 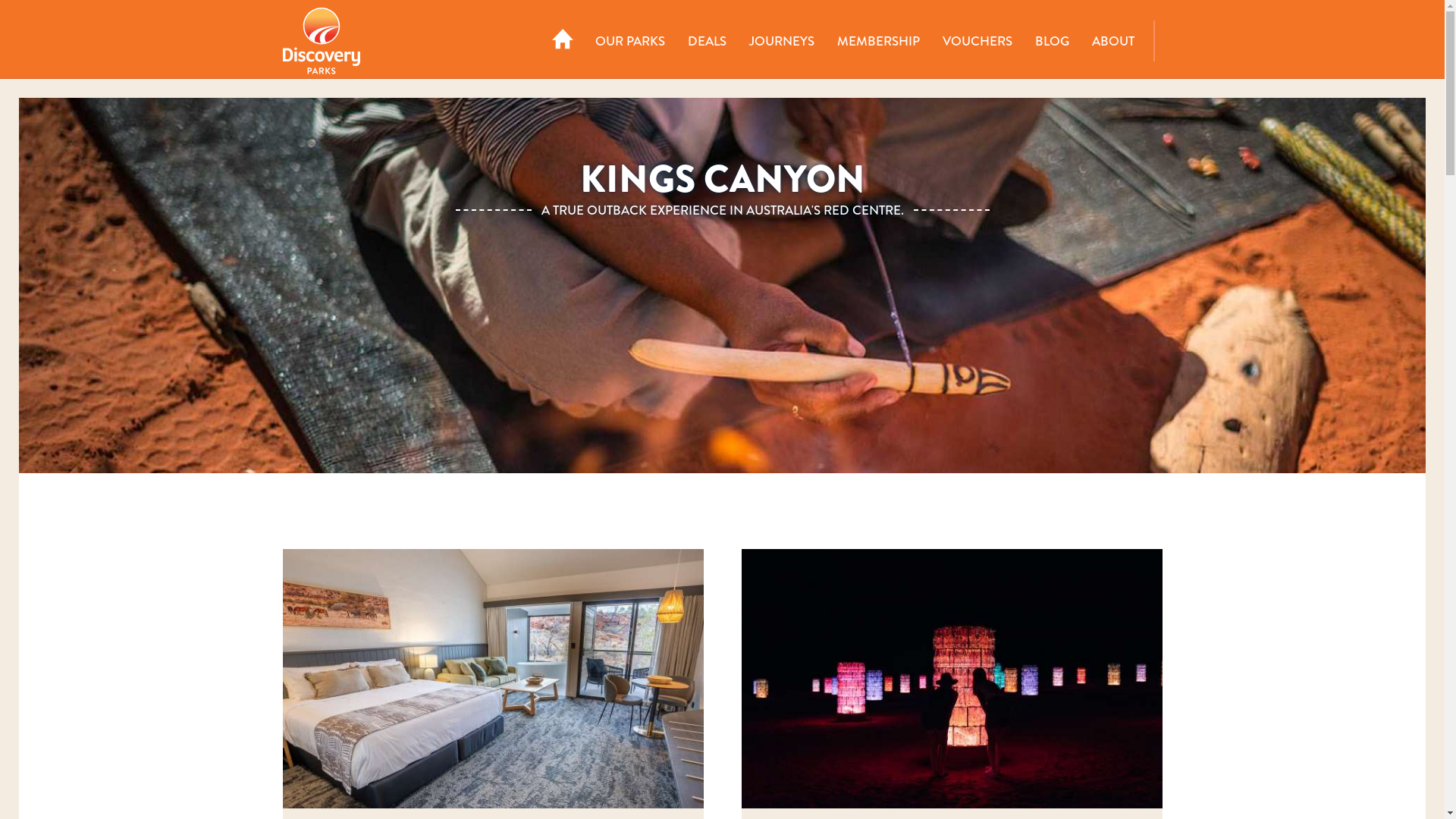 I want to click on 'VOUCHERS', so click(x=977, y=40).